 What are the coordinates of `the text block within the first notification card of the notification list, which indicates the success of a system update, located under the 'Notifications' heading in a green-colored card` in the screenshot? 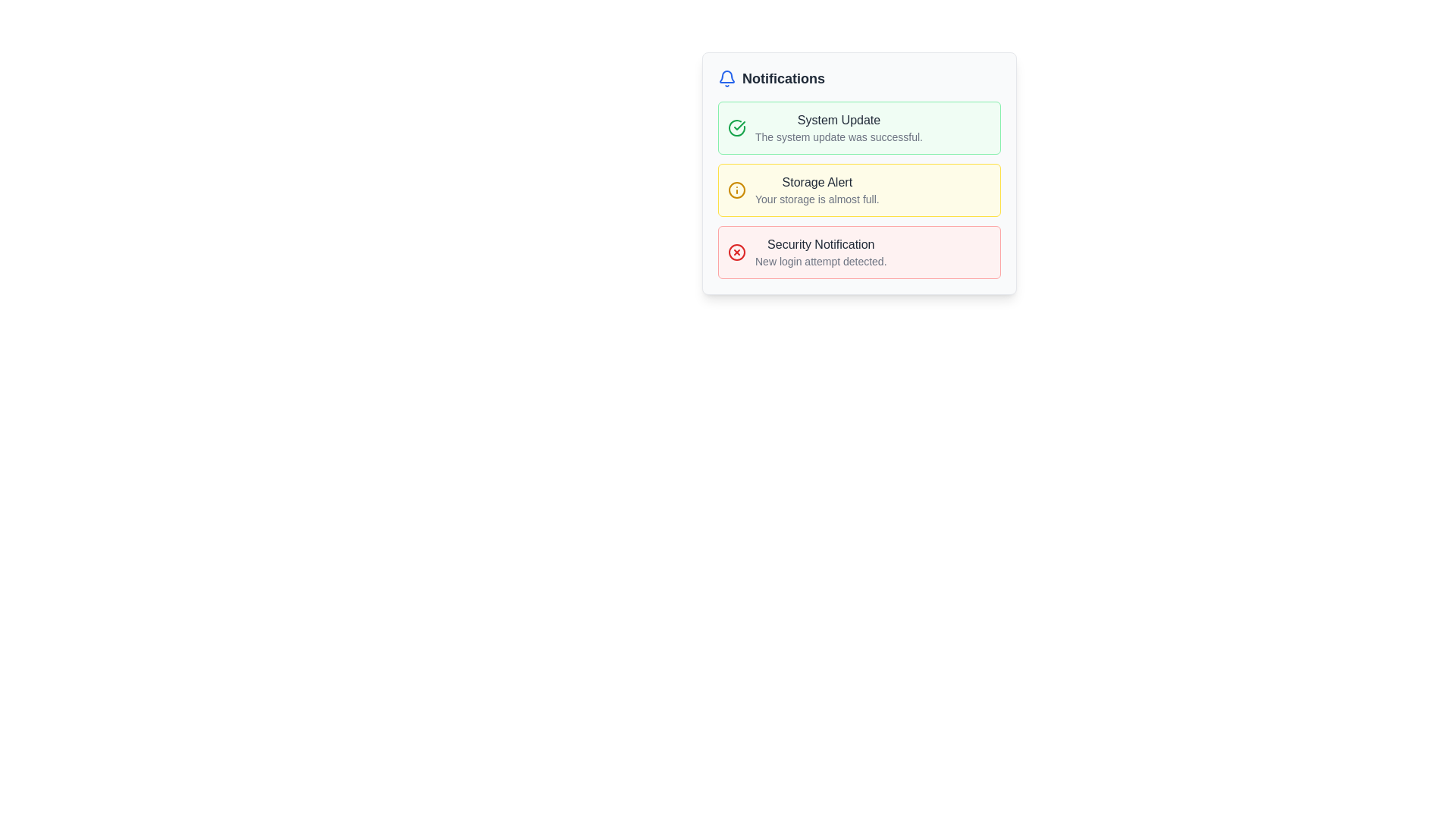 It's located at (838, 127).